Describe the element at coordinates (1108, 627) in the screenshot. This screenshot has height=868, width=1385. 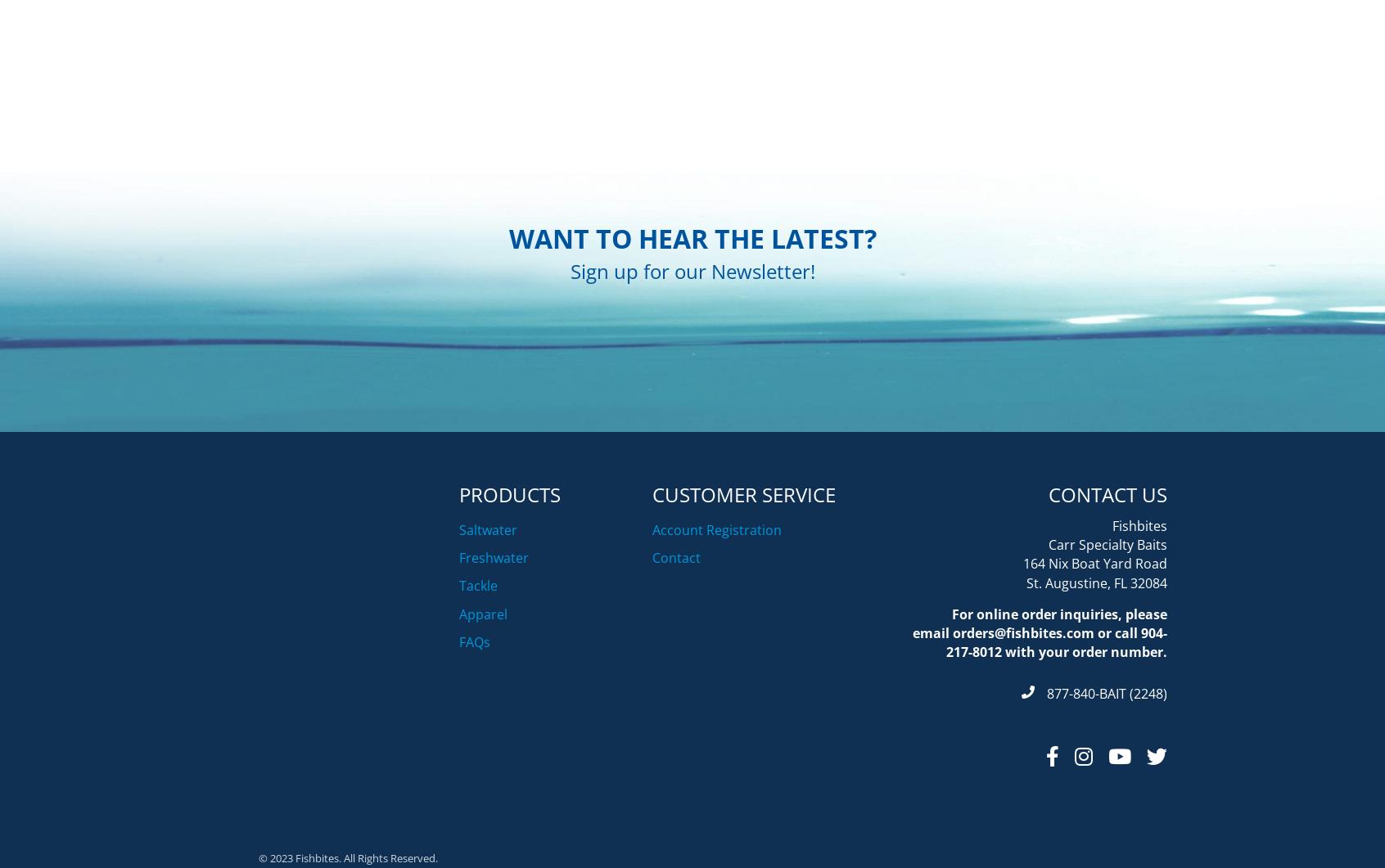
I see `'Carr Specialty Baits'` at that location.